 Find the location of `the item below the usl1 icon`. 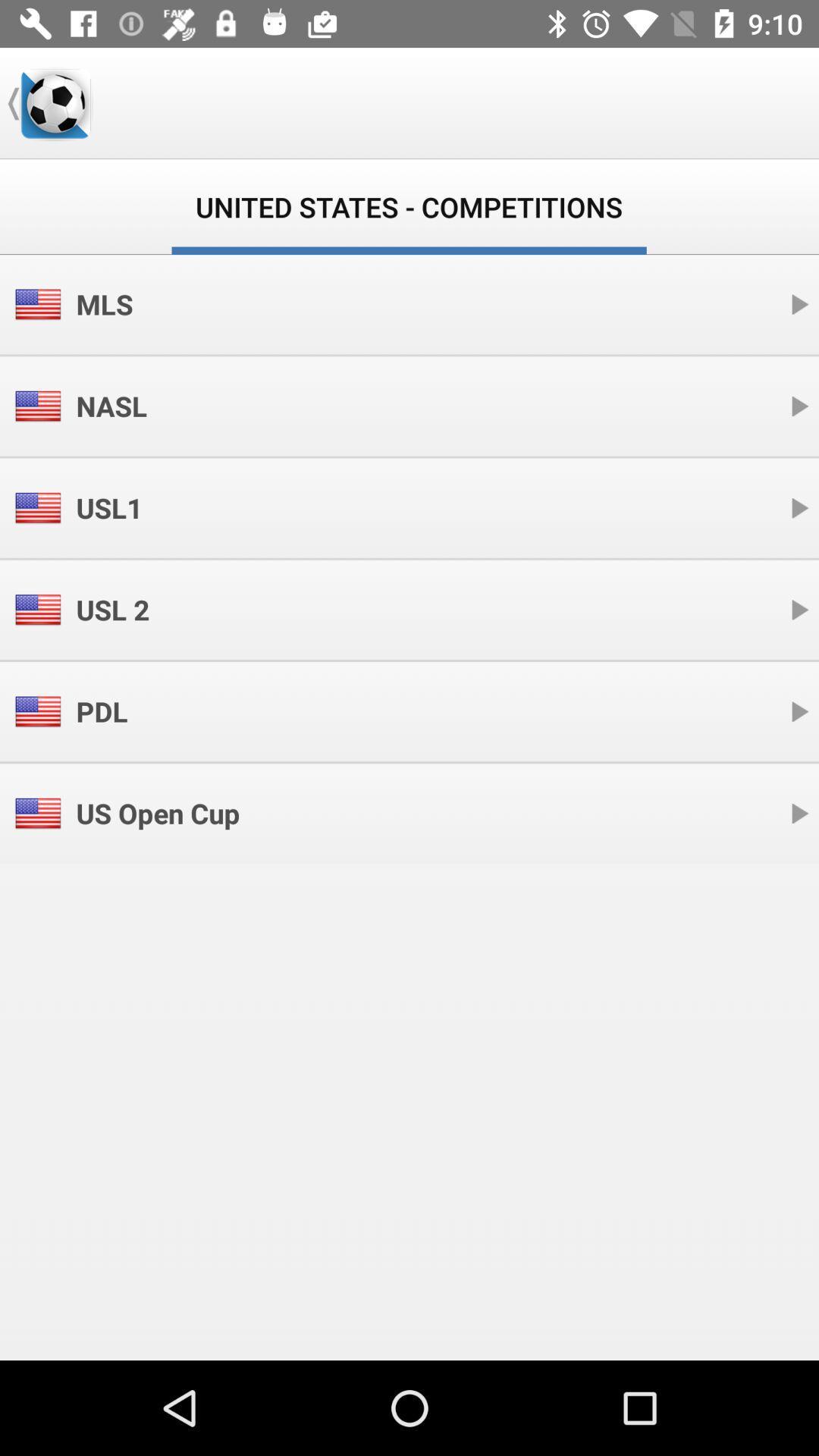

the item below the usl1 icon is located at coordinates (111, 610).